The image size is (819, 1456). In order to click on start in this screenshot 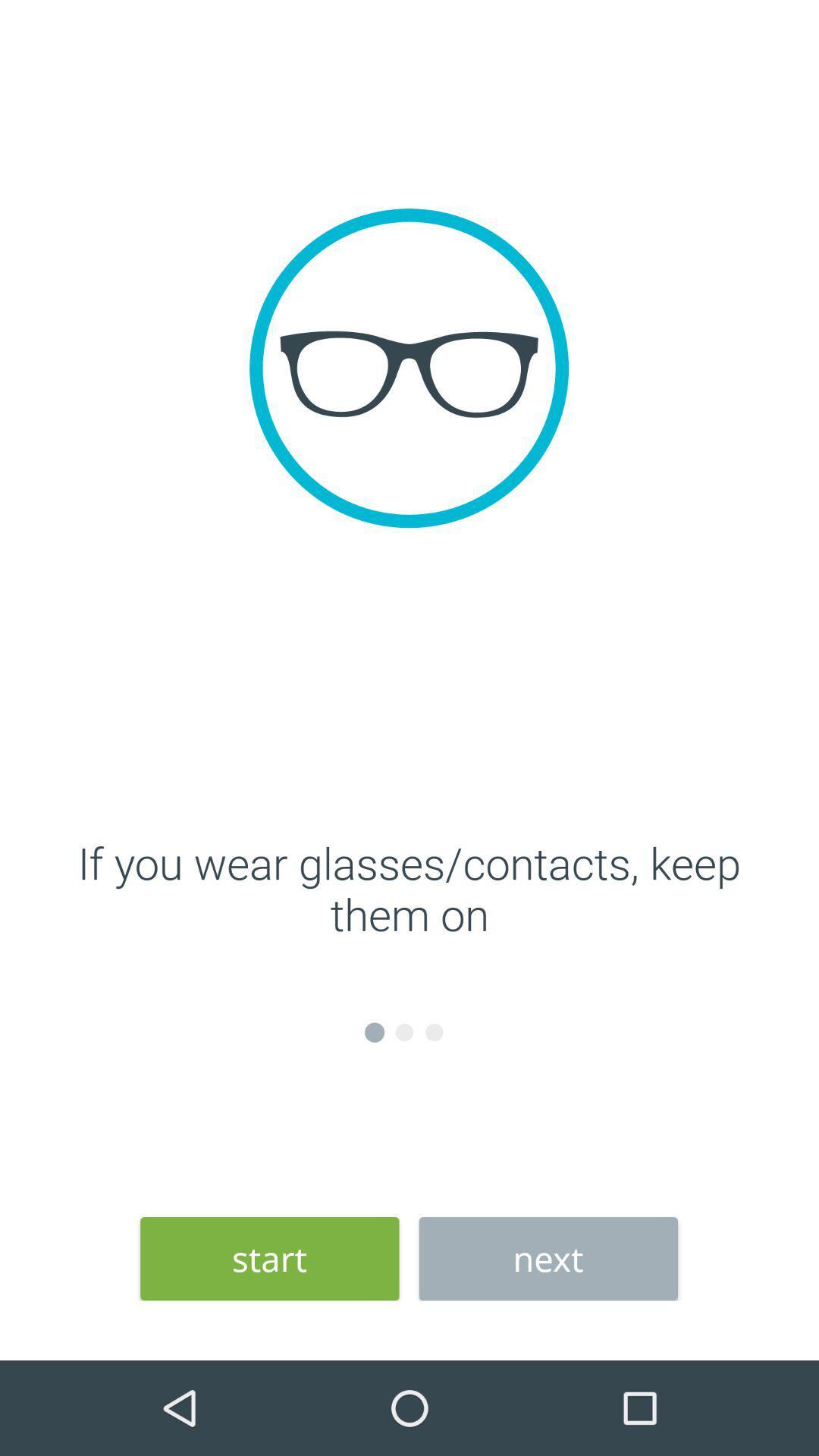, I will do `click(268, 1259)`.